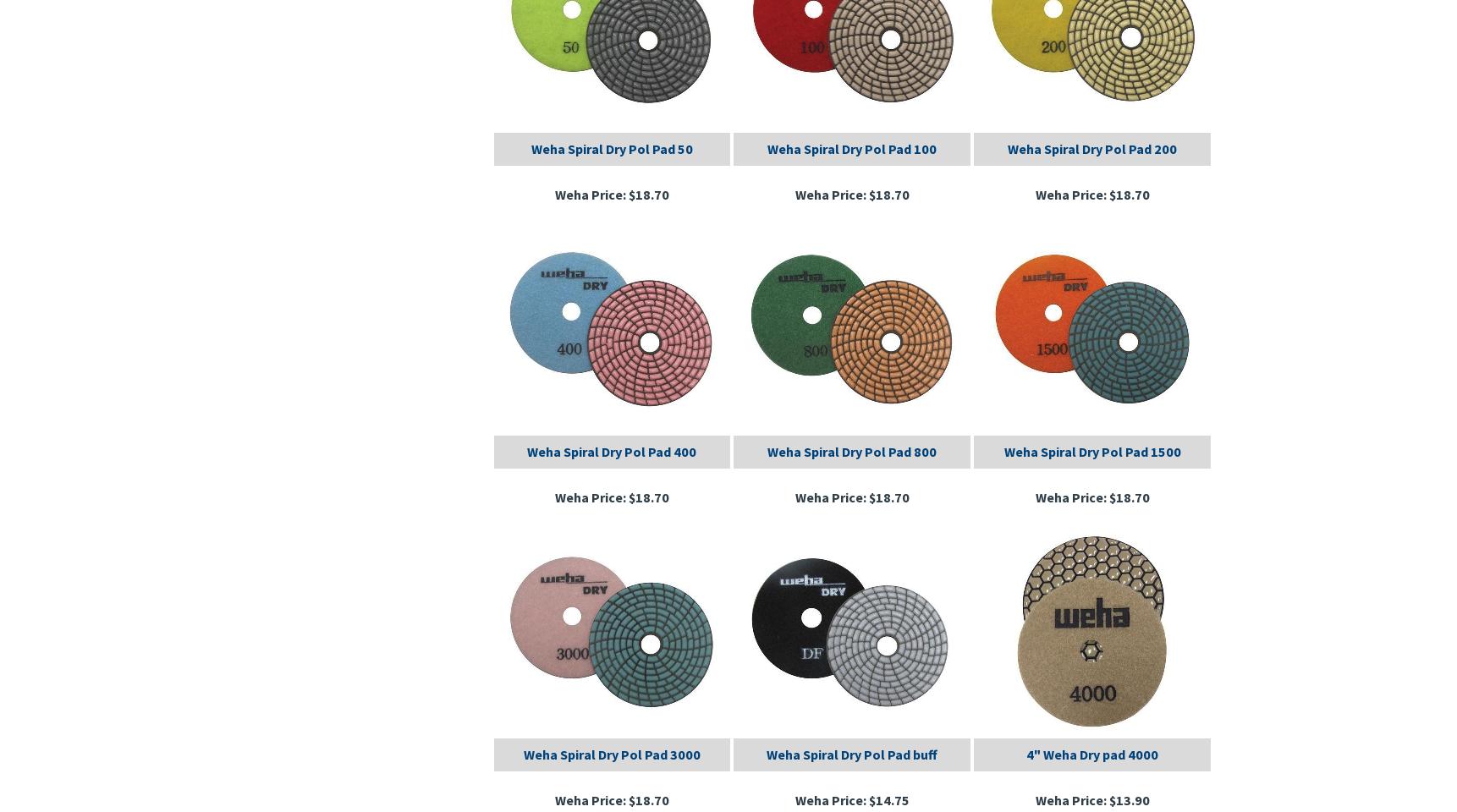 The image size is (1457, 812). I want to click on 'Weha Spiral Dry Pol Pad 100', so click(852, 147).